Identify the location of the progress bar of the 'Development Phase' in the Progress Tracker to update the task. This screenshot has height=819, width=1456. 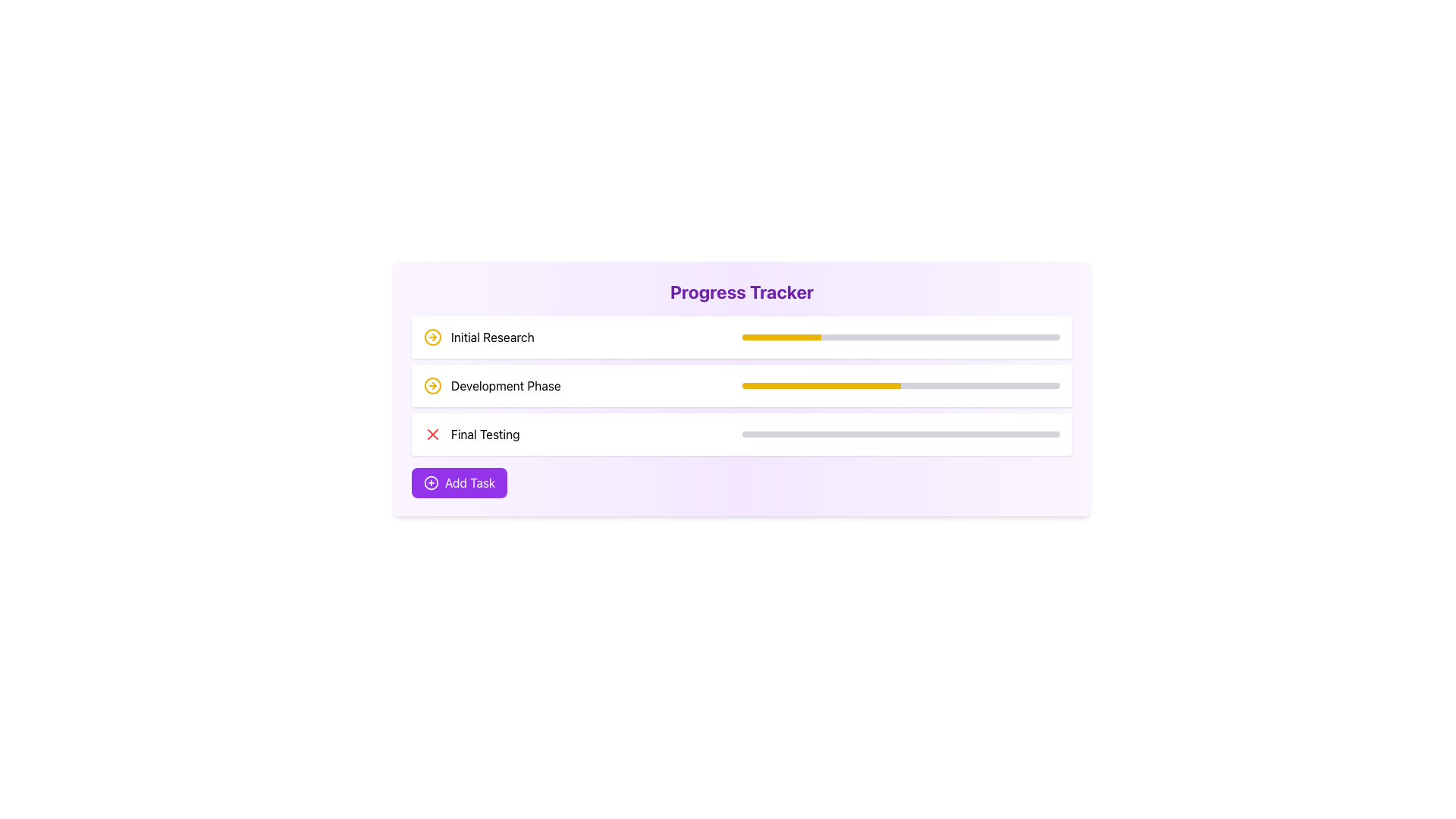
(742, 385).